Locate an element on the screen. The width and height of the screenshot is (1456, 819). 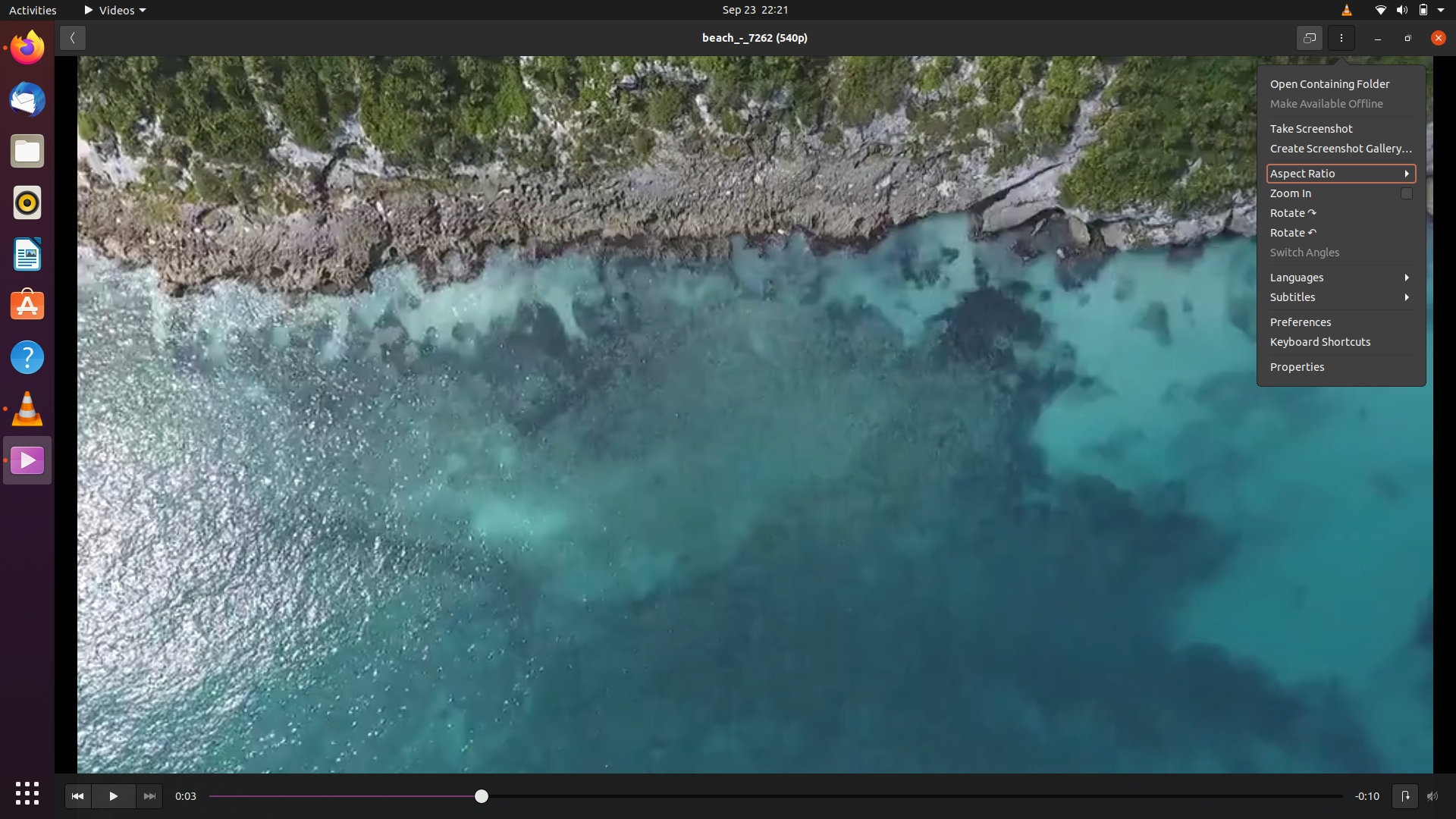
Locate the folder containing the currently playing video is located at coordinates (1338, 83).